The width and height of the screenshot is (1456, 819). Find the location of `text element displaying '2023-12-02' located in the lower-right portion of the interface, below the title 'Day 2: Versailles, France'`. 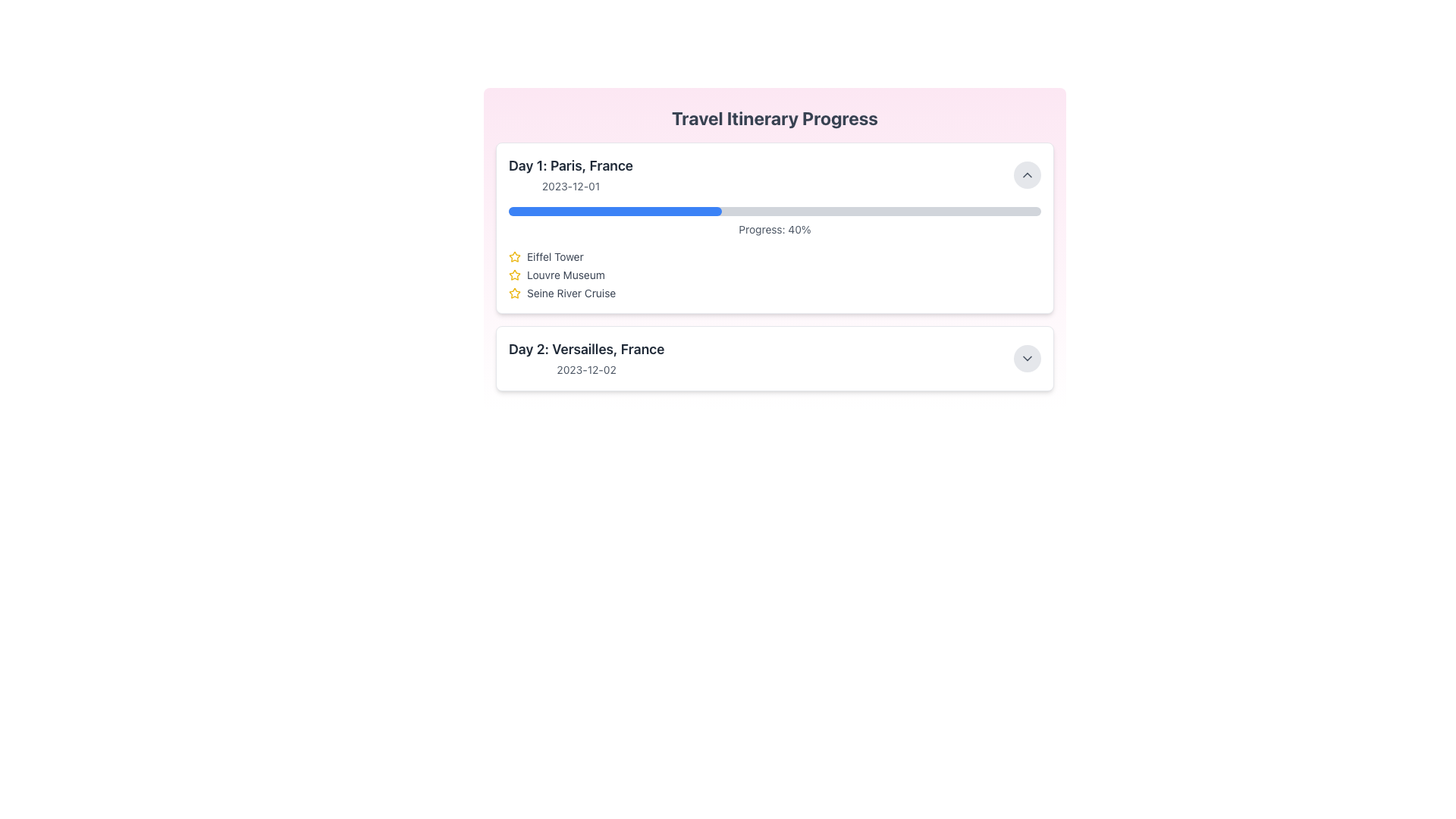

text element displaying '2023-12-02' located in the lower-right portion of the interface, below the title 'Day 2: Versailles, France' is located at coordinates (585, 369).